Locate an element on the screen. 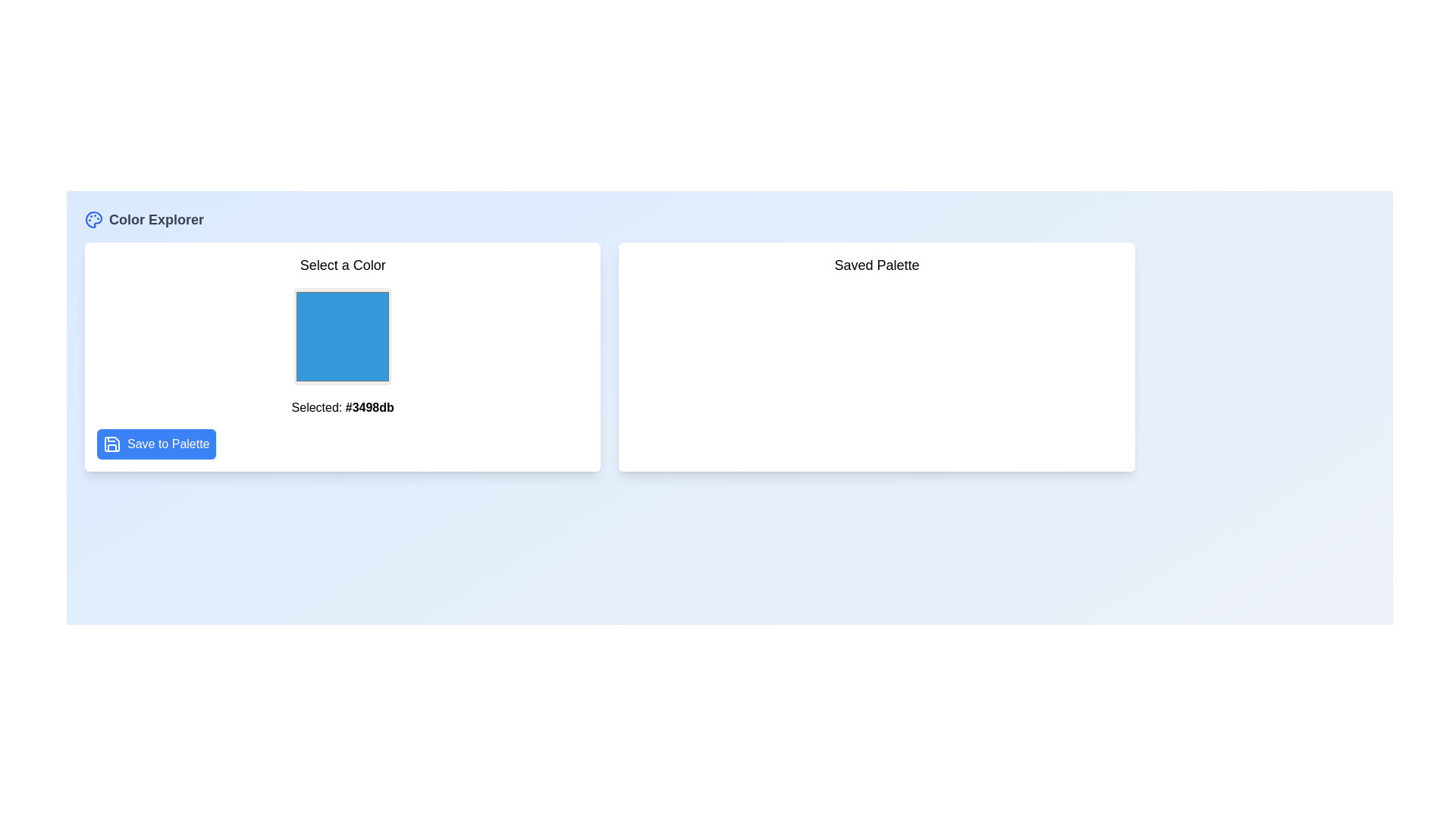 Image resolution: width=1456 pixels, height=819 pixels. the 'Save to Palette' button, which is a rectangular button with a bright blue background and white rounded edges, located at the bottom-left corner of the 'Select a Color' panel, below the text 'Selected: #3498db' is located at coordinates (156, 444).